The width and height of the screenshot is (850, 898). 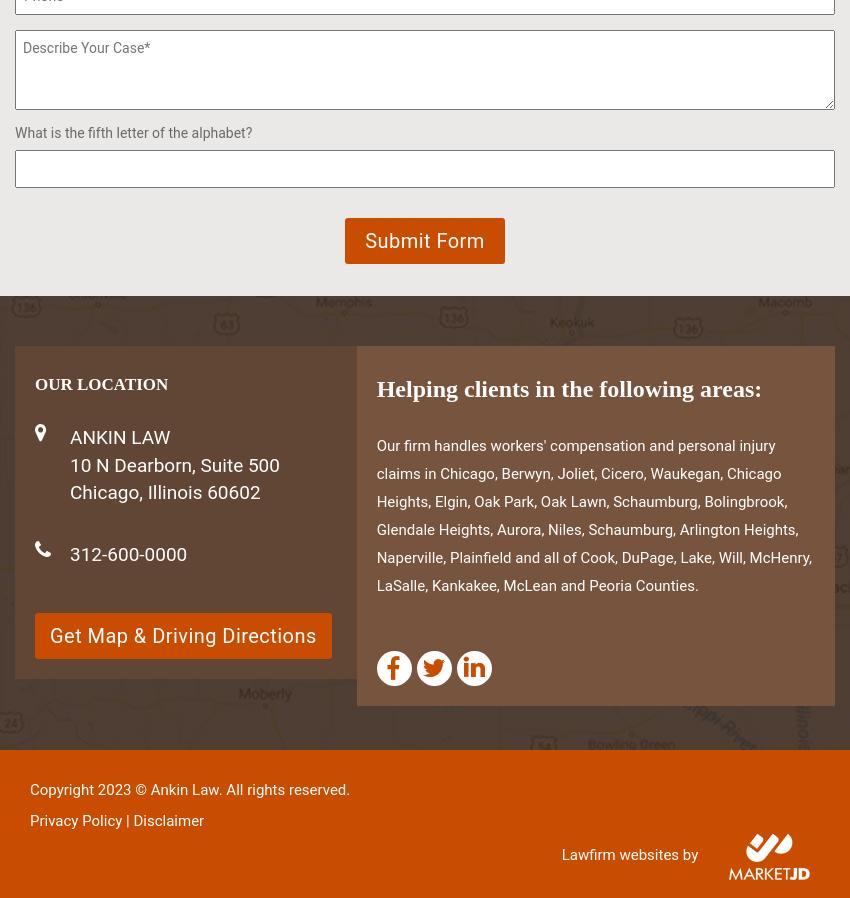 I want to click on 'Helping clients in the following areas:', so click(x=568, y=388).